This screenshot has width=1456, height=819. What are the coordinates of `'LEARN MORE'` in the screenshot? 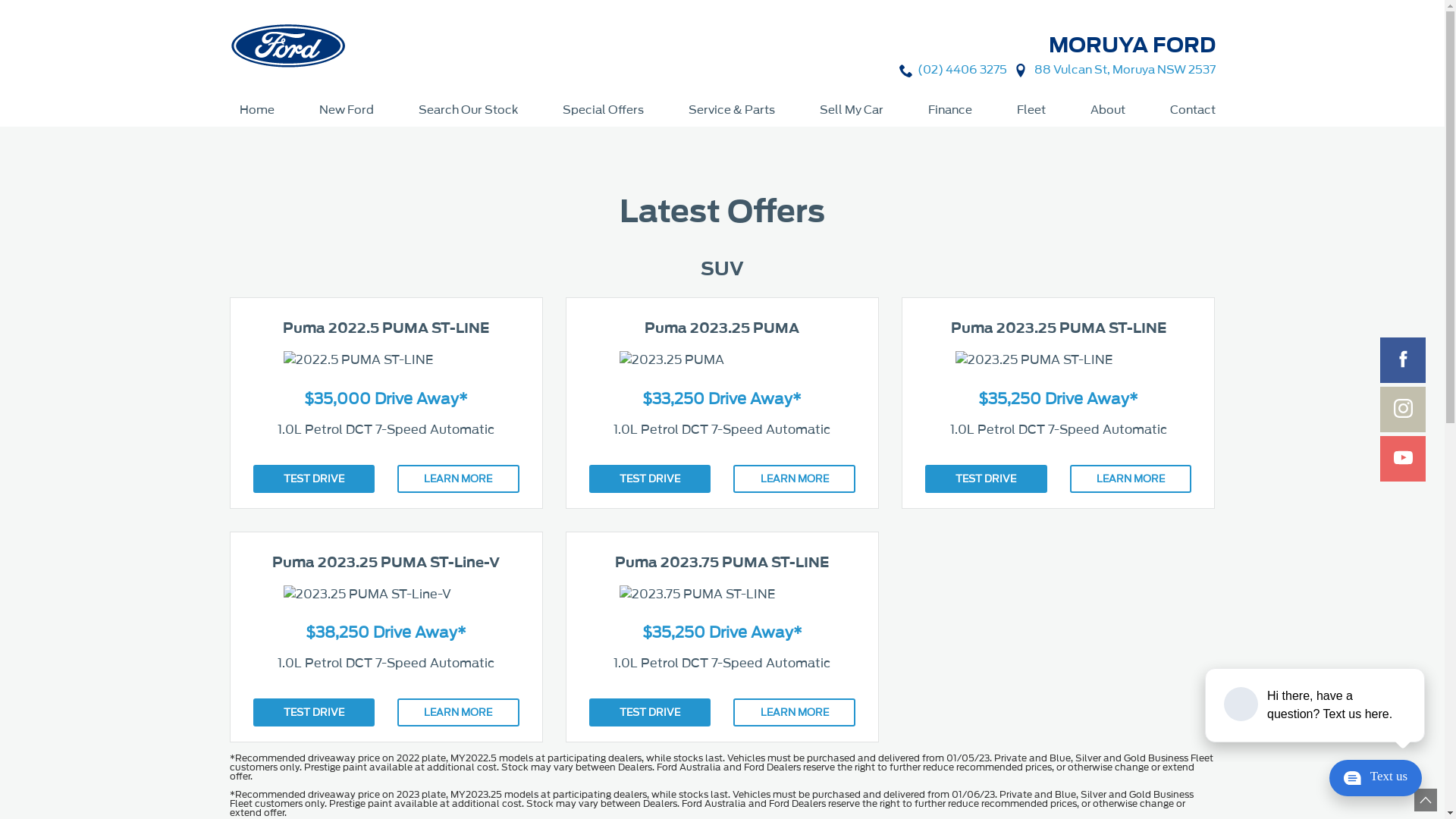 It's located at (457, 479).